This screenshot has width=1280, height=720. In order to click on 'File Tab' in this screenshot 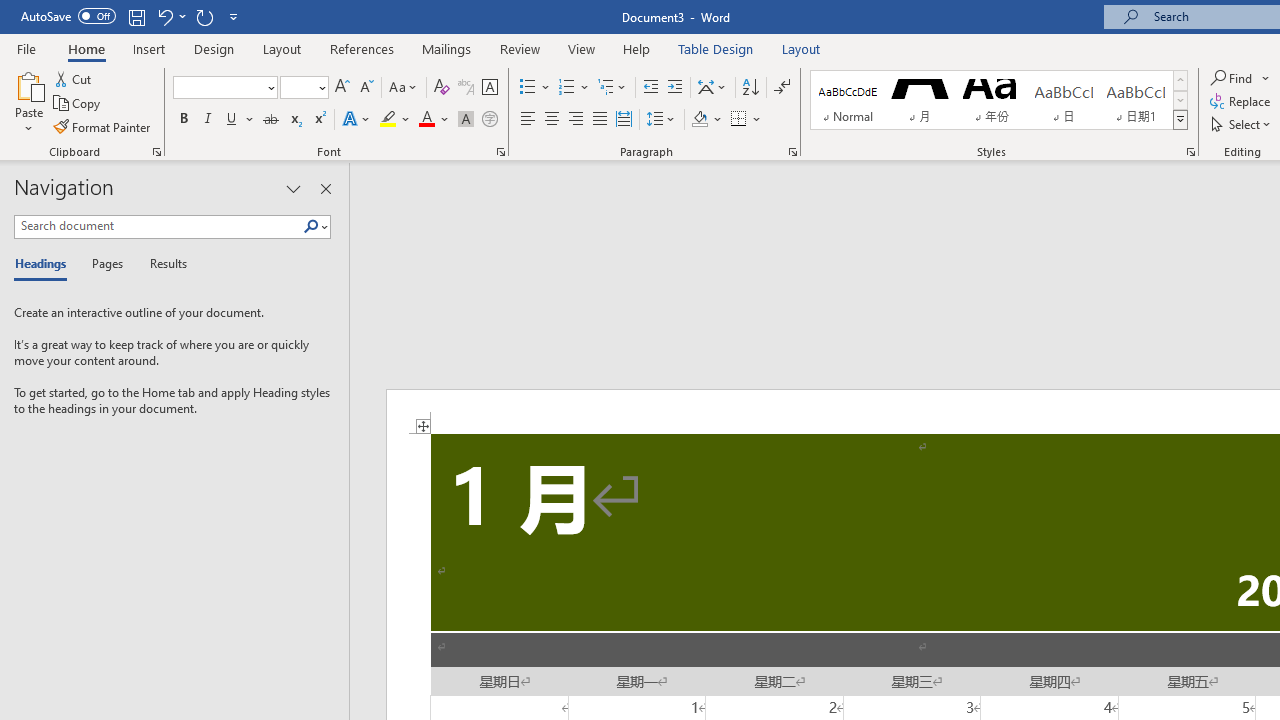, I will do `click(26, 47)`.